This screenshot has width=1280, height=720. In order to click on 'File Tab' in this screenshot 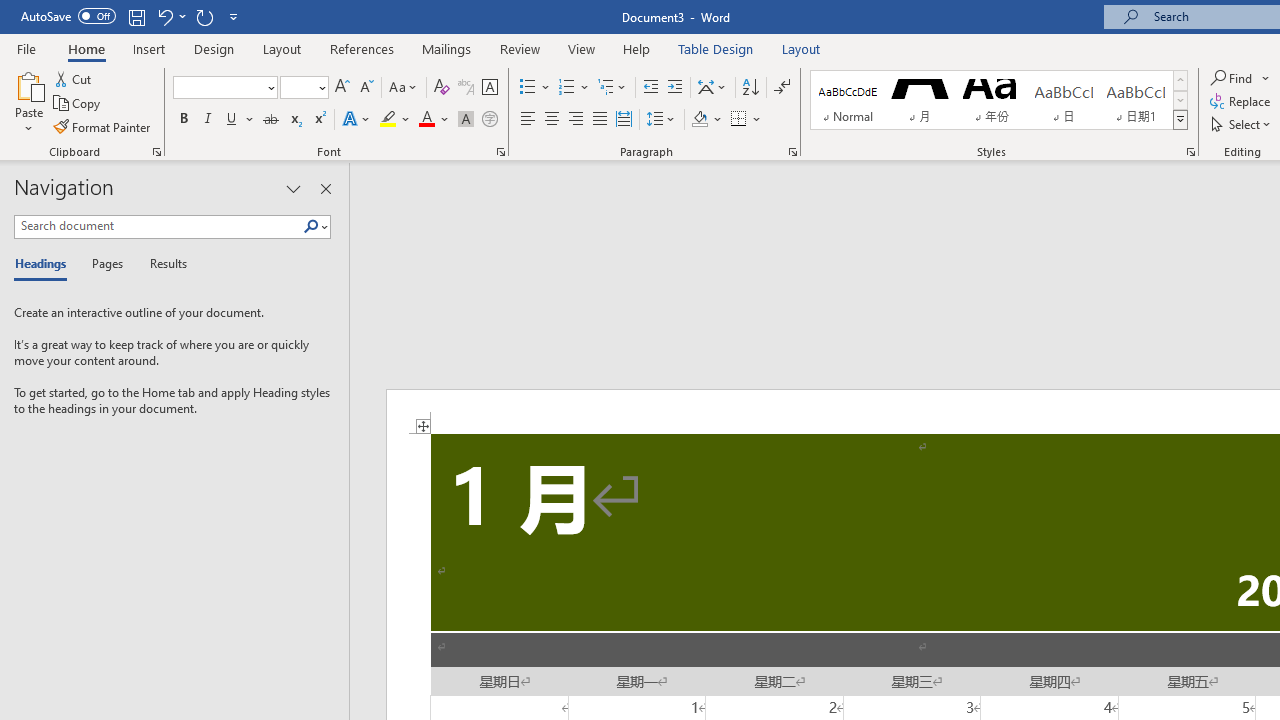, I will do `click(26, 47)`.